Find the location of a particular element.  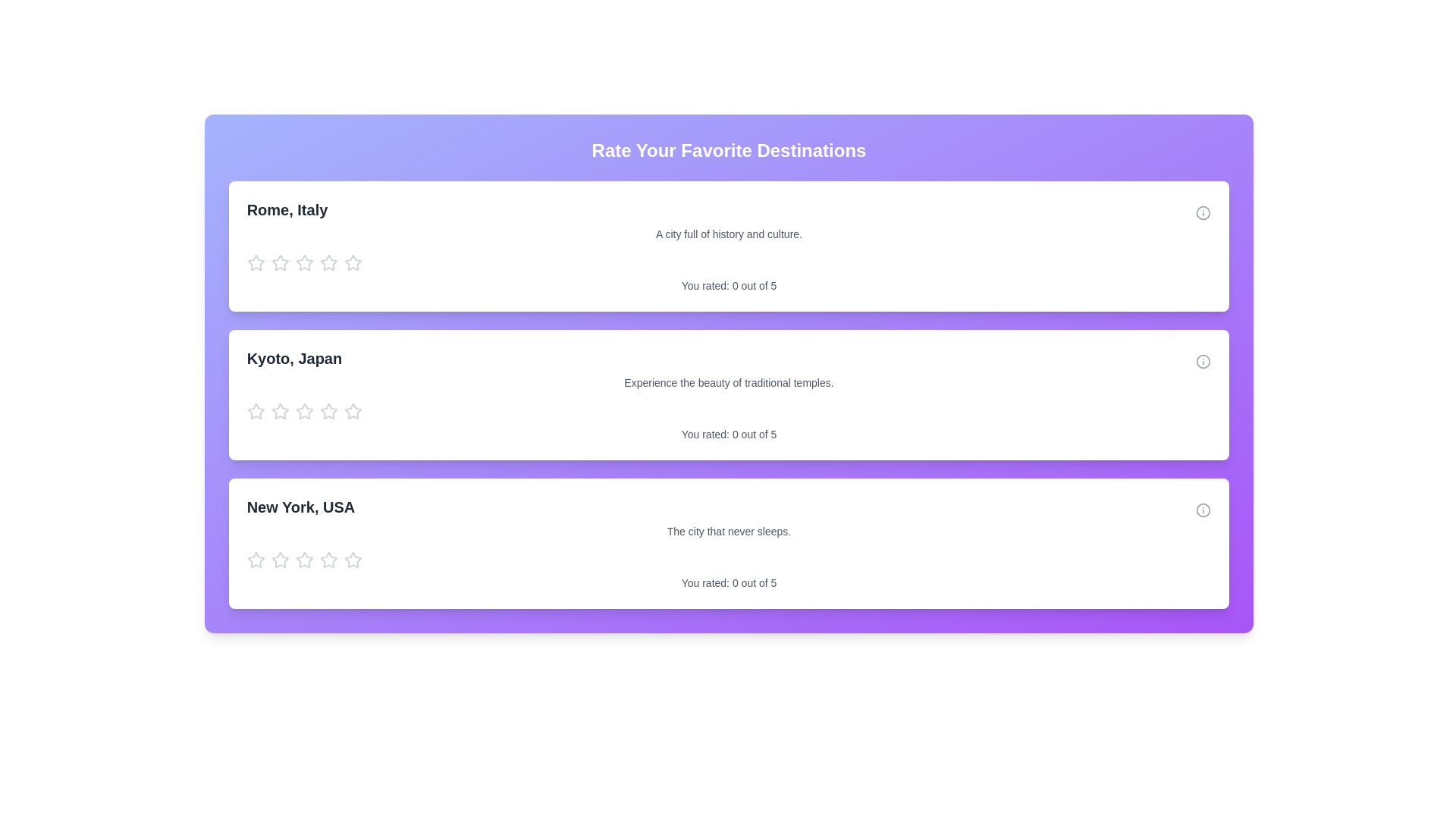

the text element displaying 'You rated: 0 out of 5', which is located at the bottom of the white card labeled 'New York, USA' is located at coordinates (729, 582).